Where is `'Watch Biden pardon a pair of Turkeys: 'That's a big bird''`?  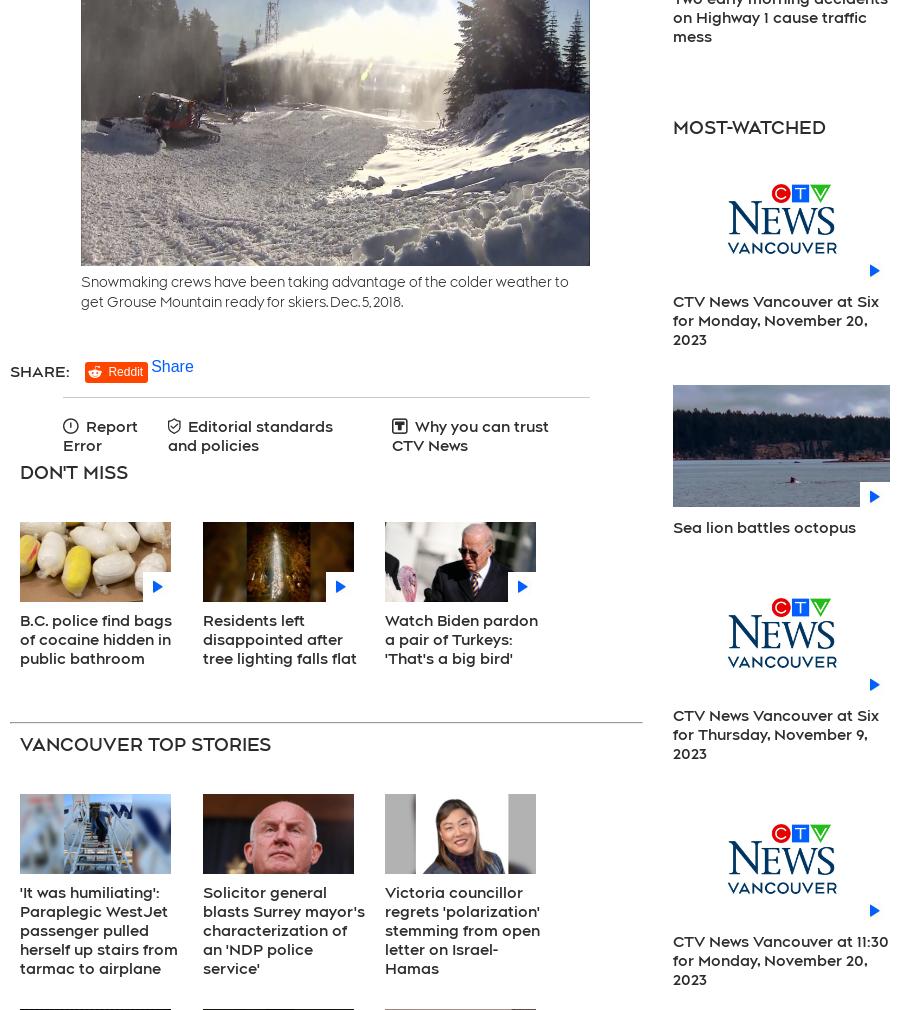
'Watch Biden pardon a pair of Turkeys: 'That's a big bird'' is located at coordinates (460, 638).